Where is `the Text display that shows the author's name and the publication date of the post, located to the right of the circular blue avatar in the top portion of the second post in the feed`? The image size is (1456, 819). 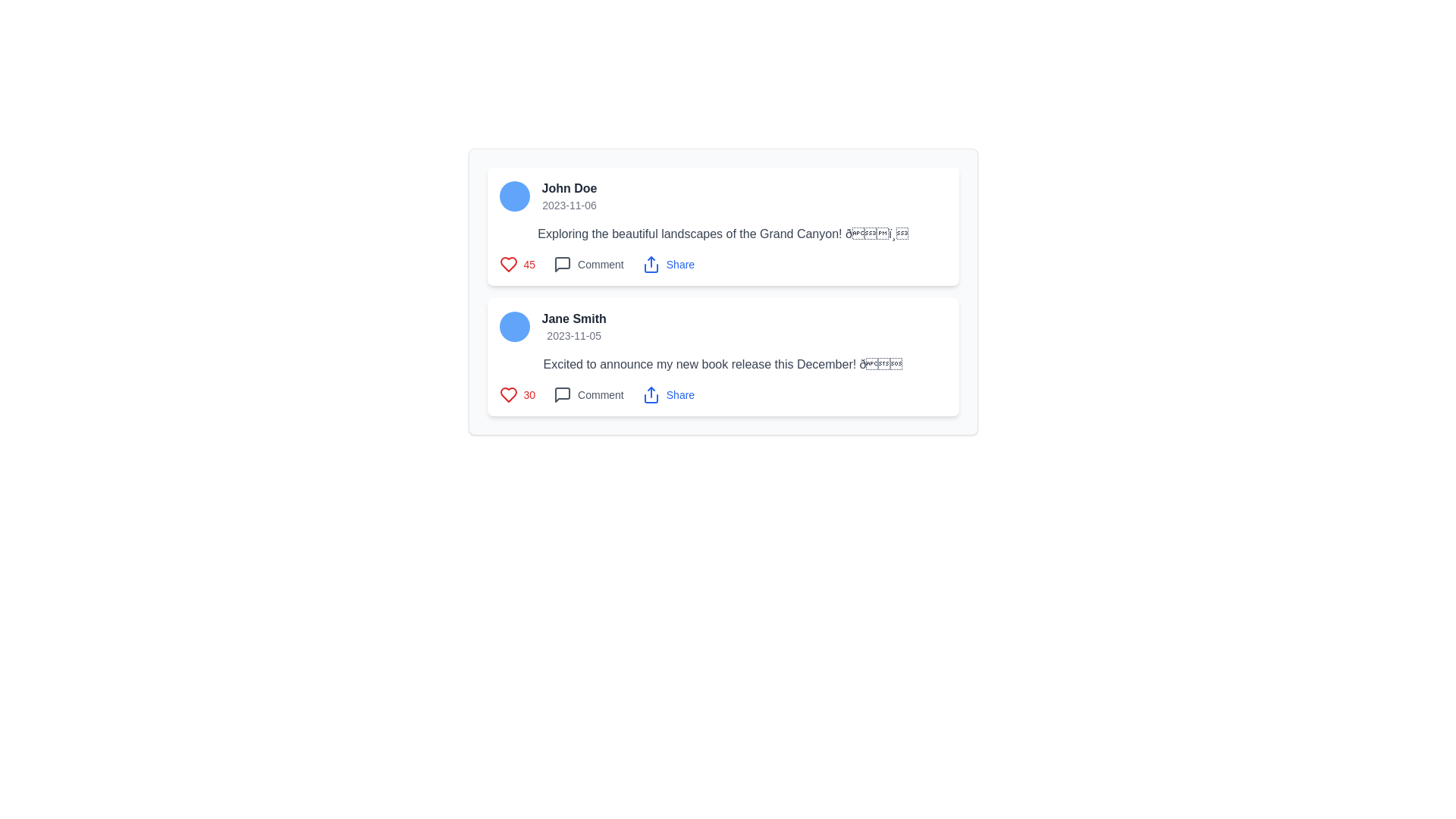
the Text display that shows the author's name and the publication date of the post, located to the right of the circular blue avatar in the top portion of the second post in the feed is located at coordinates (573, 326).